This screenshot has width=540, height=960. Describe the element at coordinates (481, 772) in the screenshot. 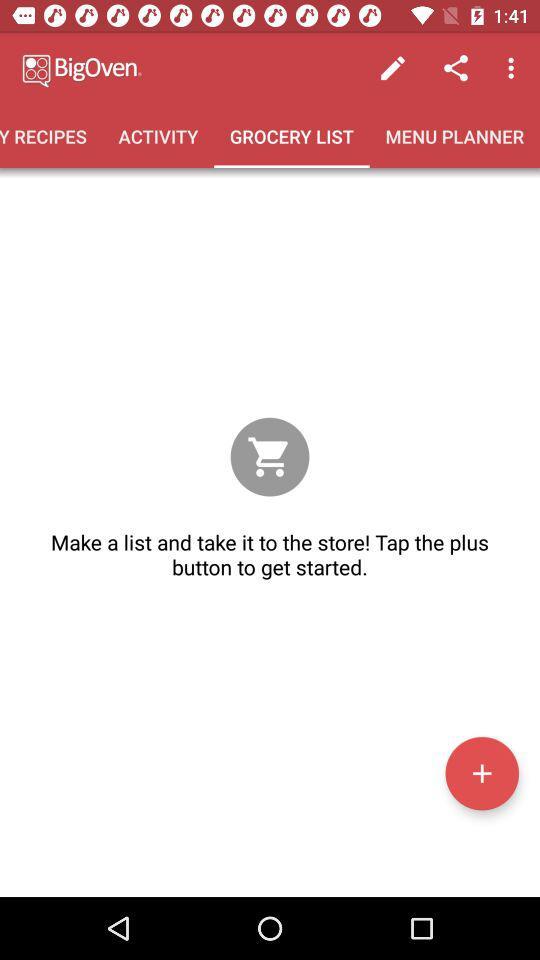

I see `the add icon` at that location.